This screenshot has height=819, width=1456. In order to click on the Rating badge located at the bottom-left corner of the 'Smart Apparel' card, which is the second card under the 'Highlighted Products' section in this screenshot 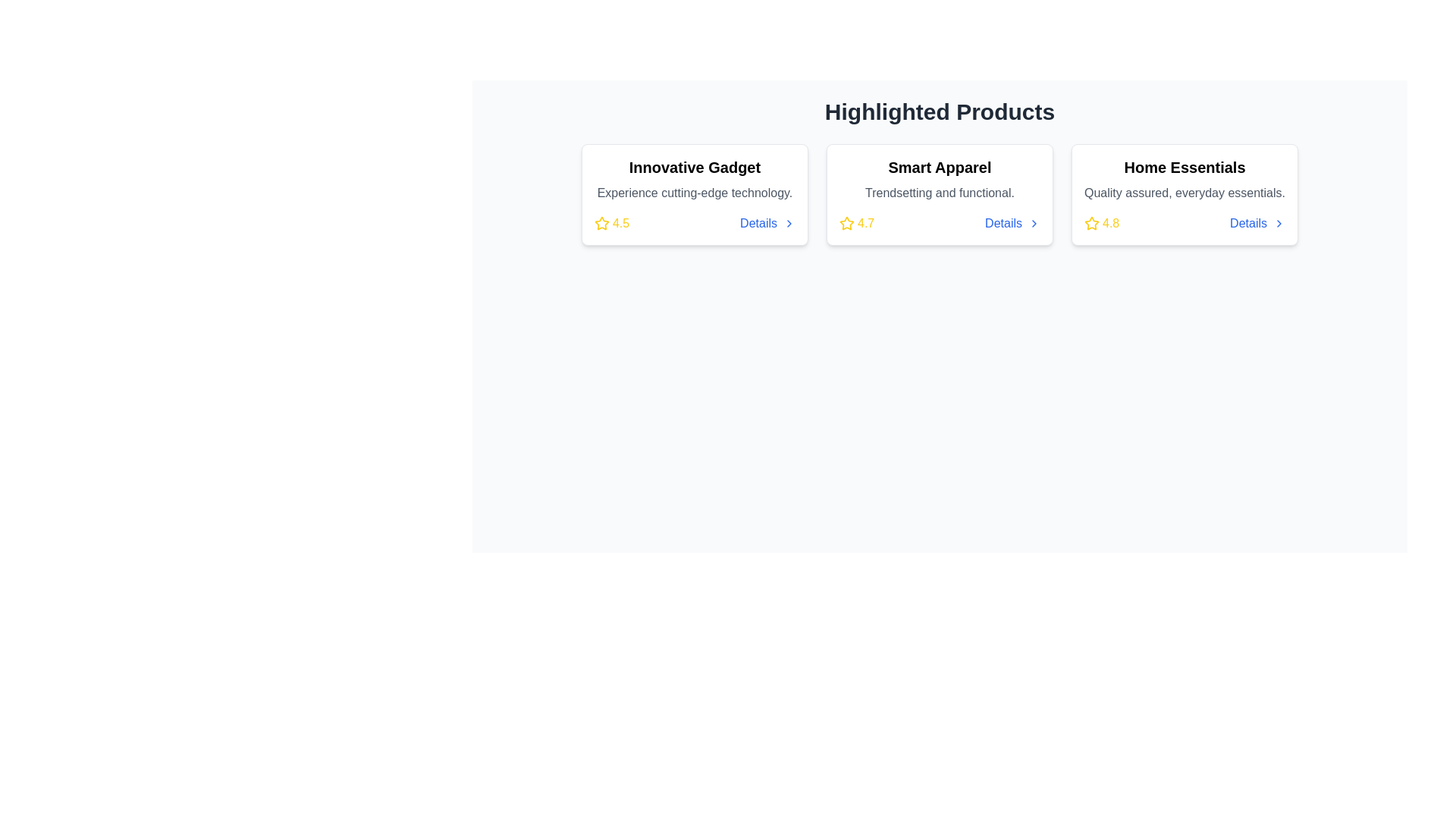, I will do `click(857, 223)`.